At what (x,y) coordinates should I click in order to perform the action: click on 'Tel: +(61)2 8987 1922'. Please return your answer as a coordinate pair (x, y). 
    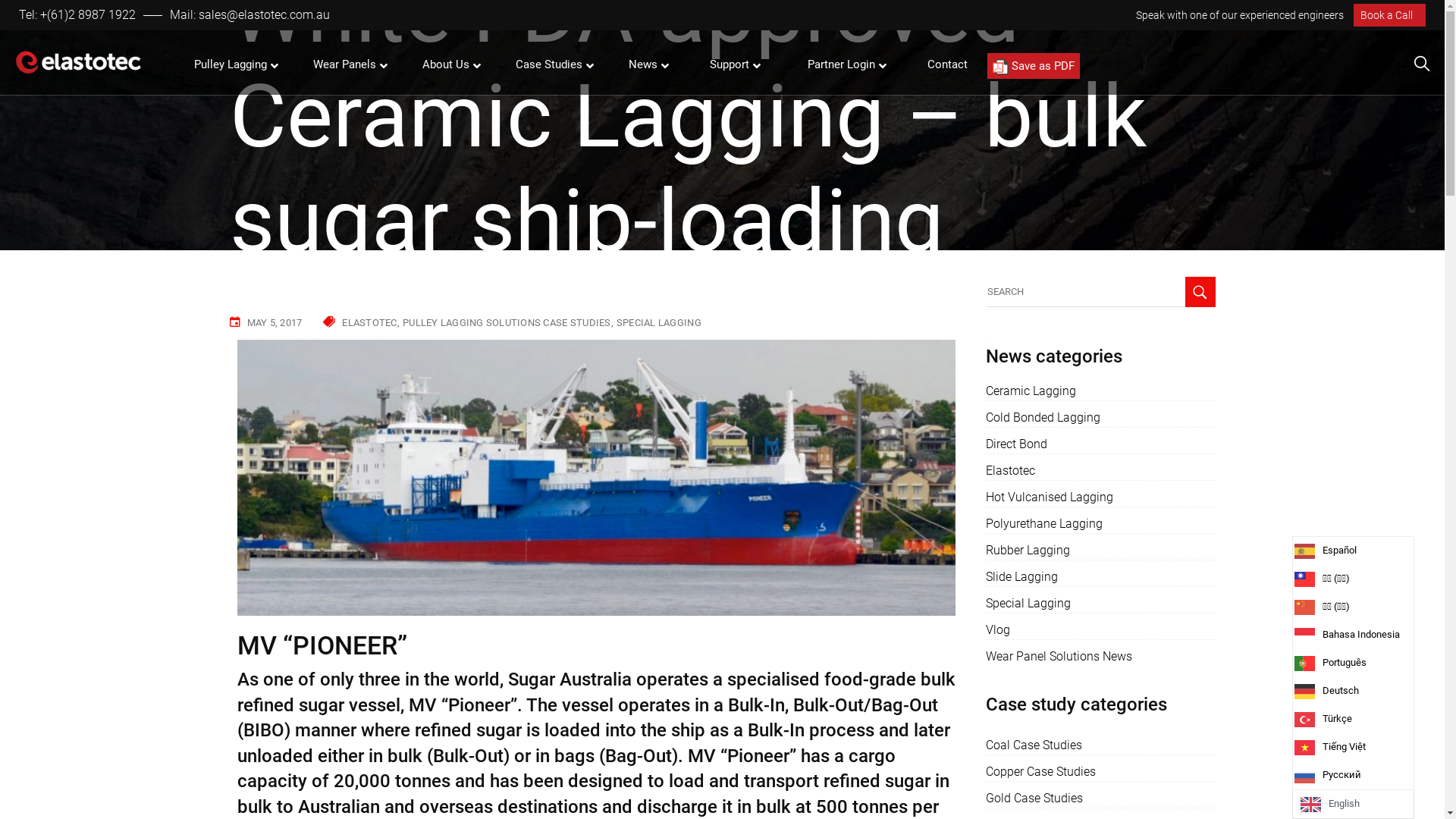
    Looking at the image, I should click on (18, 14).